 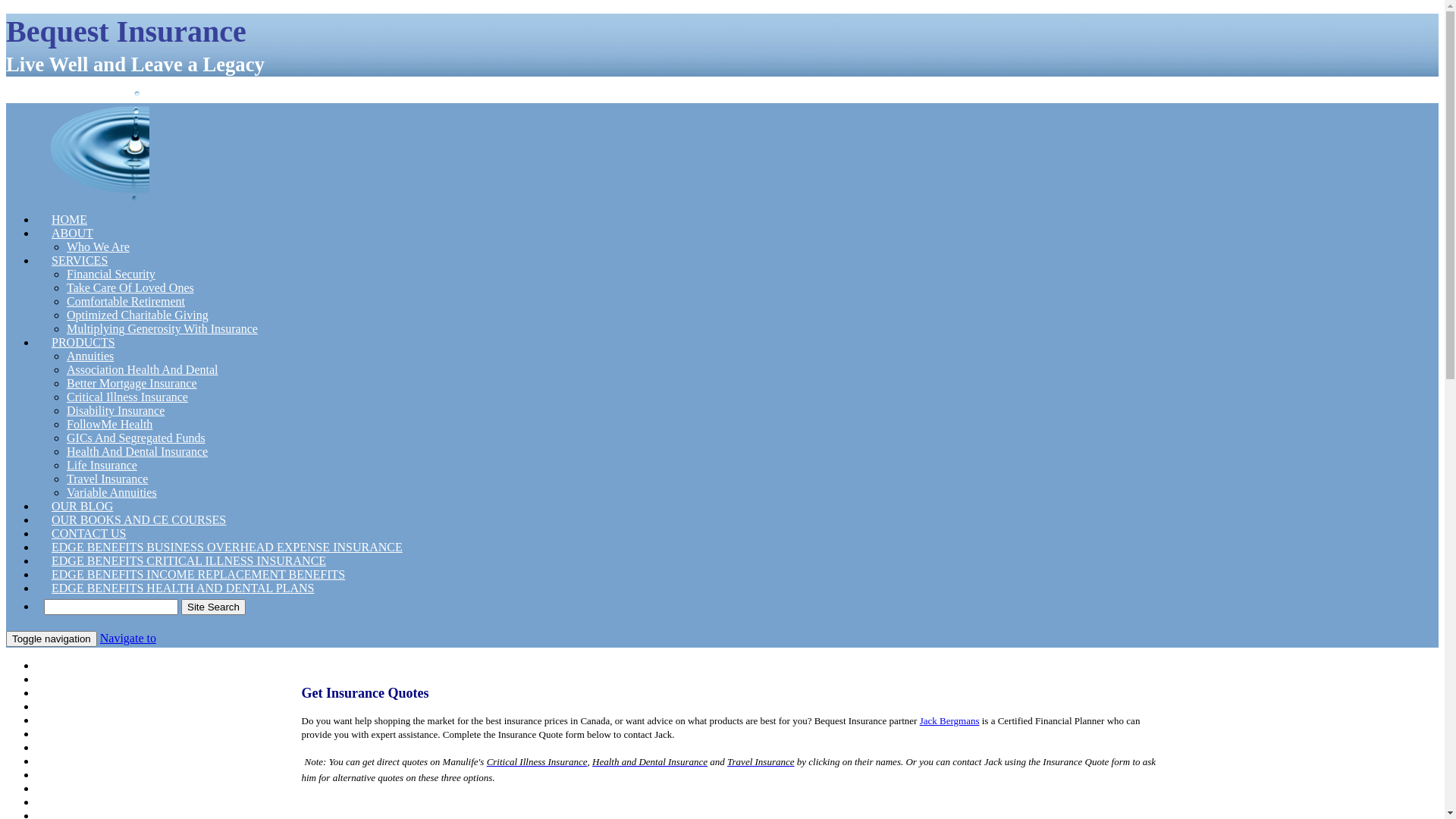 What do you see at coordinates (115, 410) in the screenshot?
I see `'Disability Insurance'` at bounding box center [115, 410].